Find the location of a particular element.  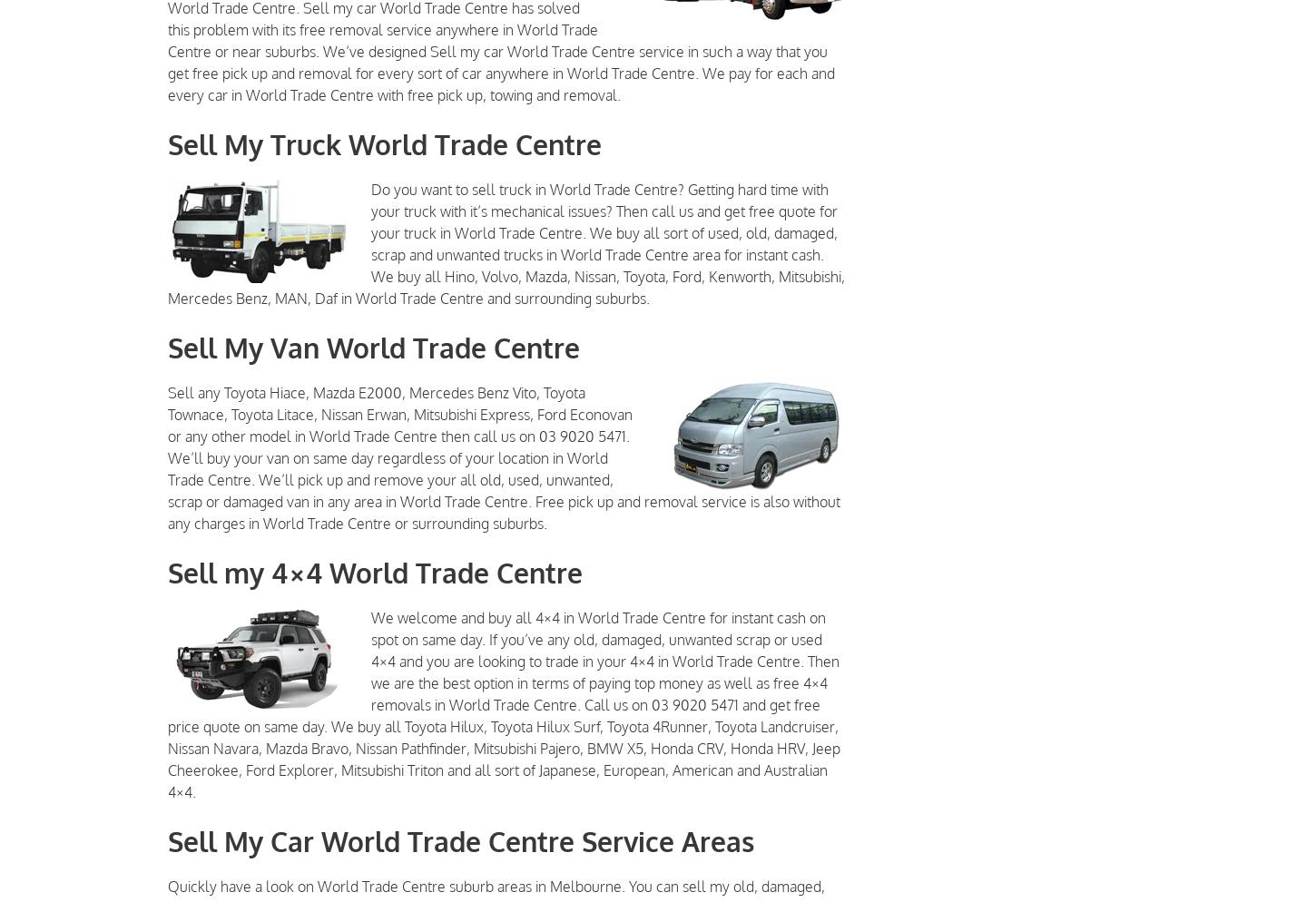

',' is located at coordinates (565, 276).